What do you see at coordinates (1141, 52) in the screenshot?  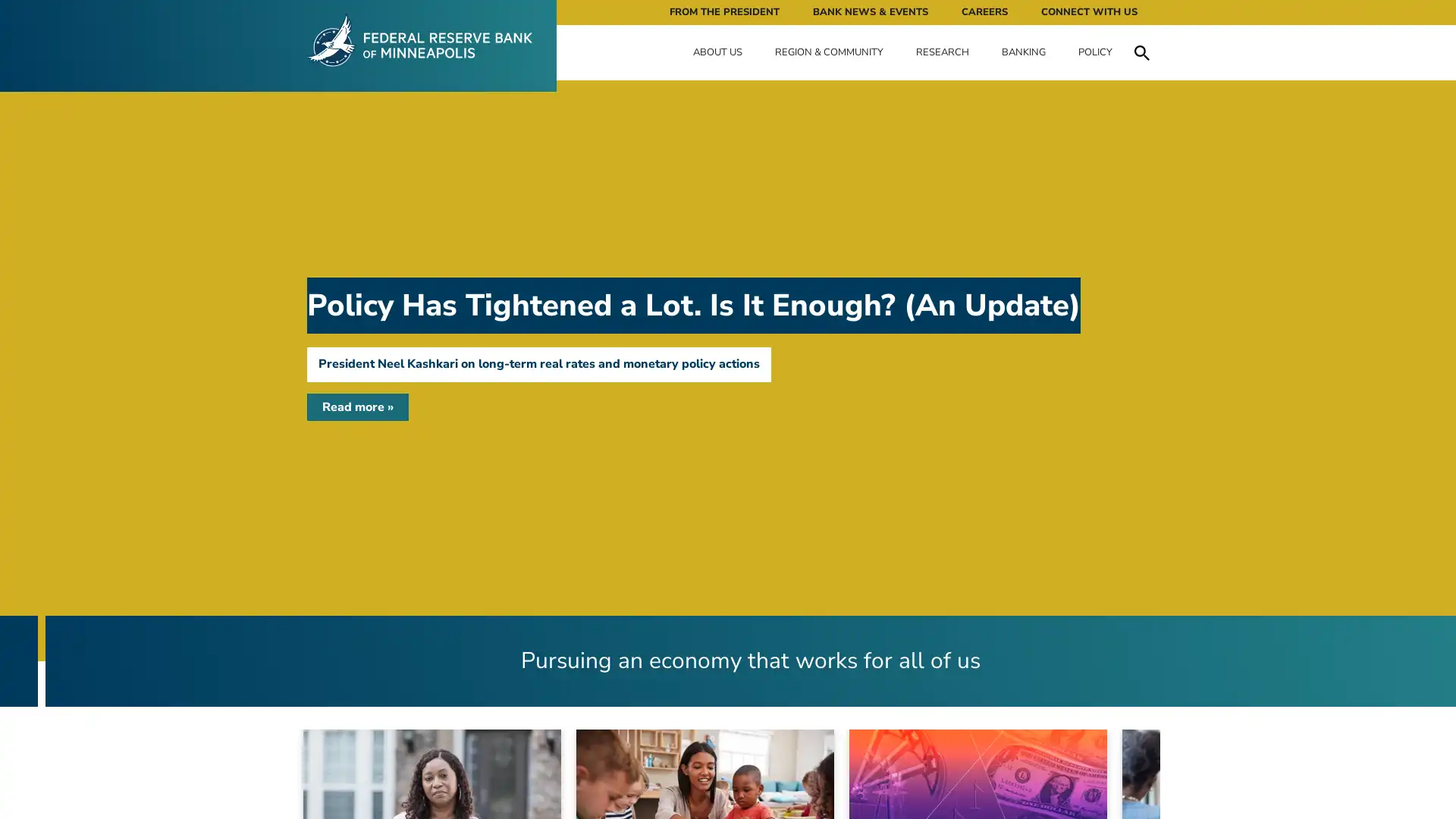 I see `Toggle Search` at bounding box center [1141, 52].